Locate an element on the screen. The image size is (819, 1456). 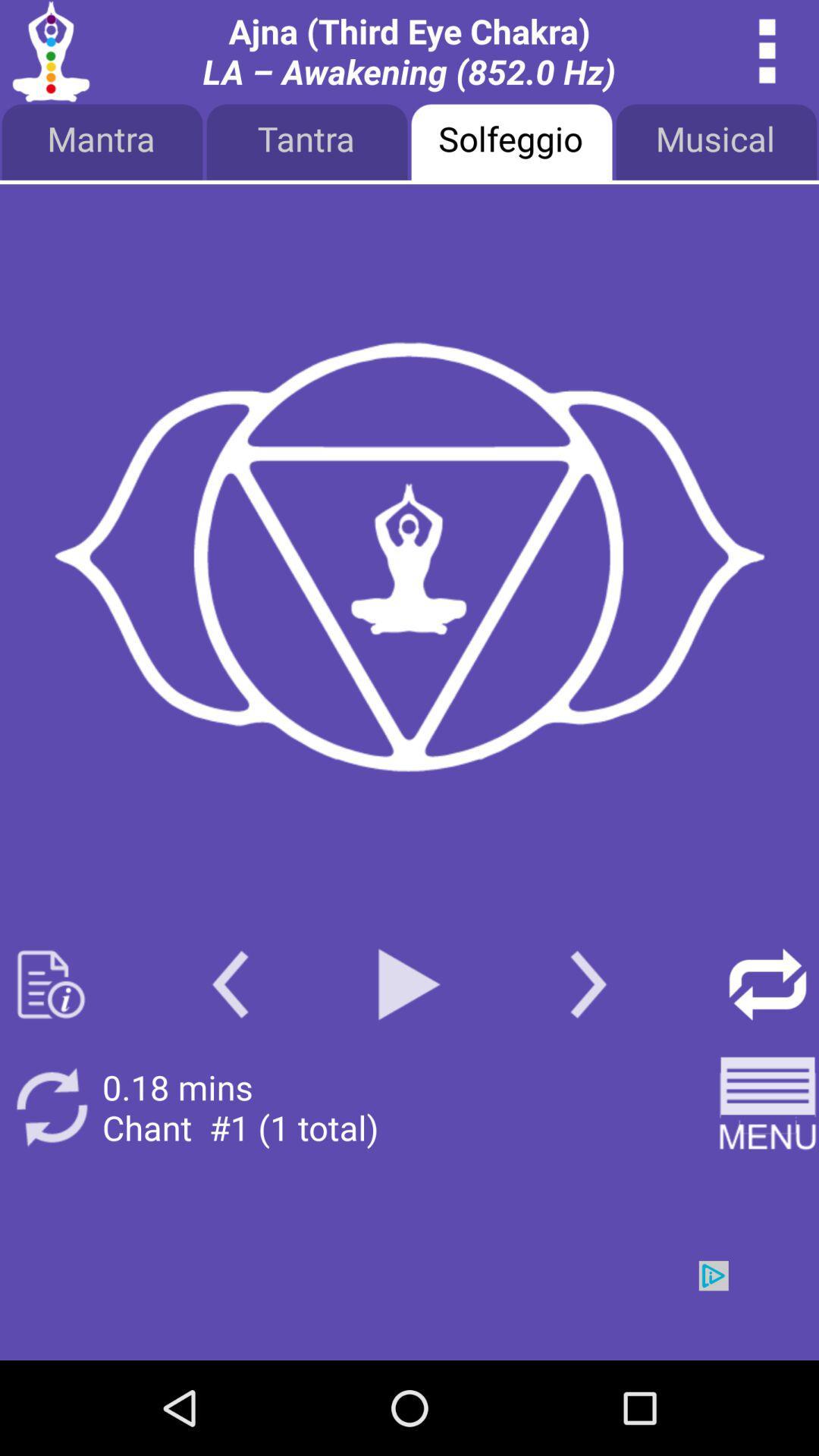
the play icon is located at coordinates (409, 1053).